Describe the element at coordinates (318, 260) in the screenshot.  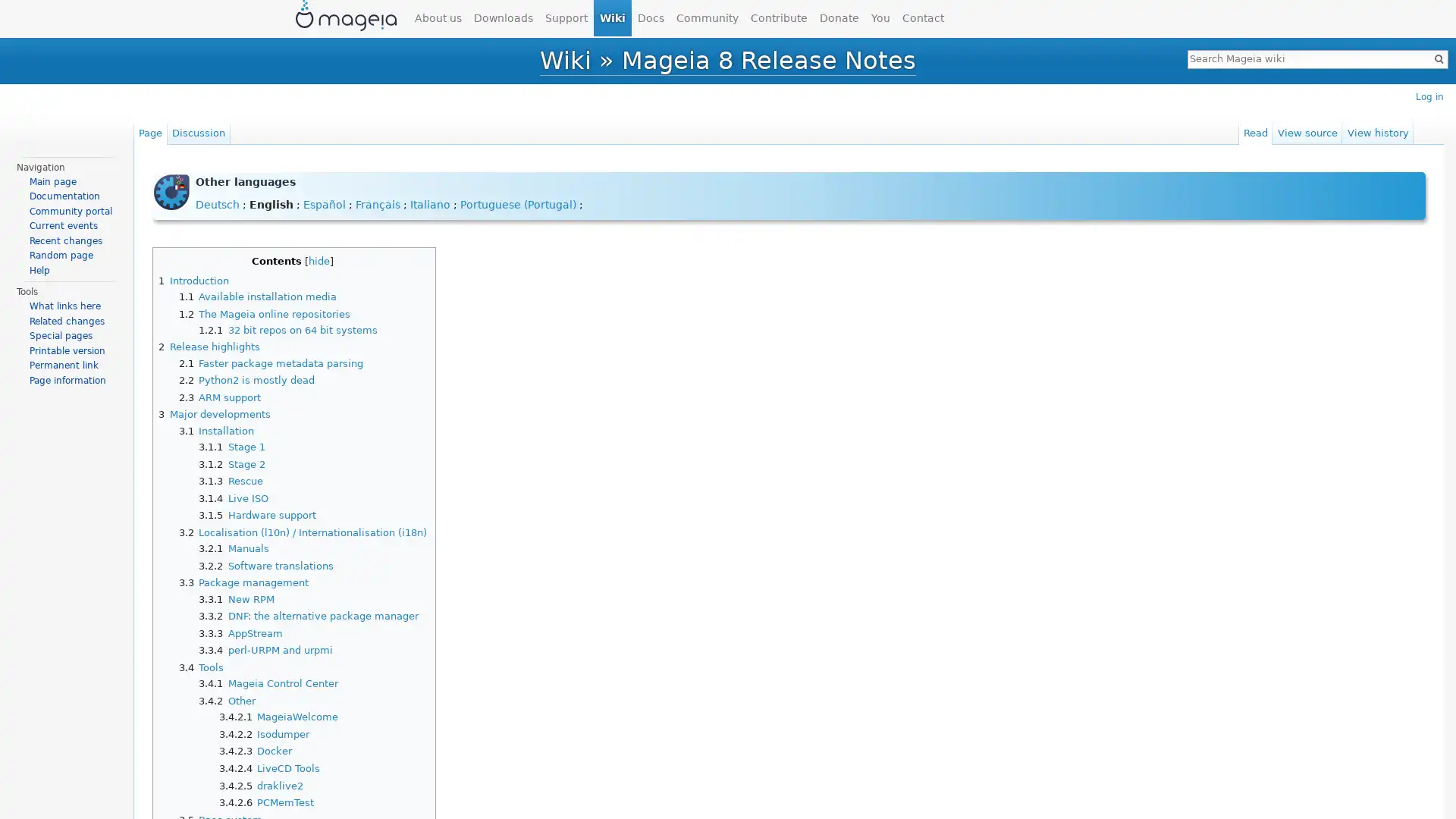
I see `hide` at that location.